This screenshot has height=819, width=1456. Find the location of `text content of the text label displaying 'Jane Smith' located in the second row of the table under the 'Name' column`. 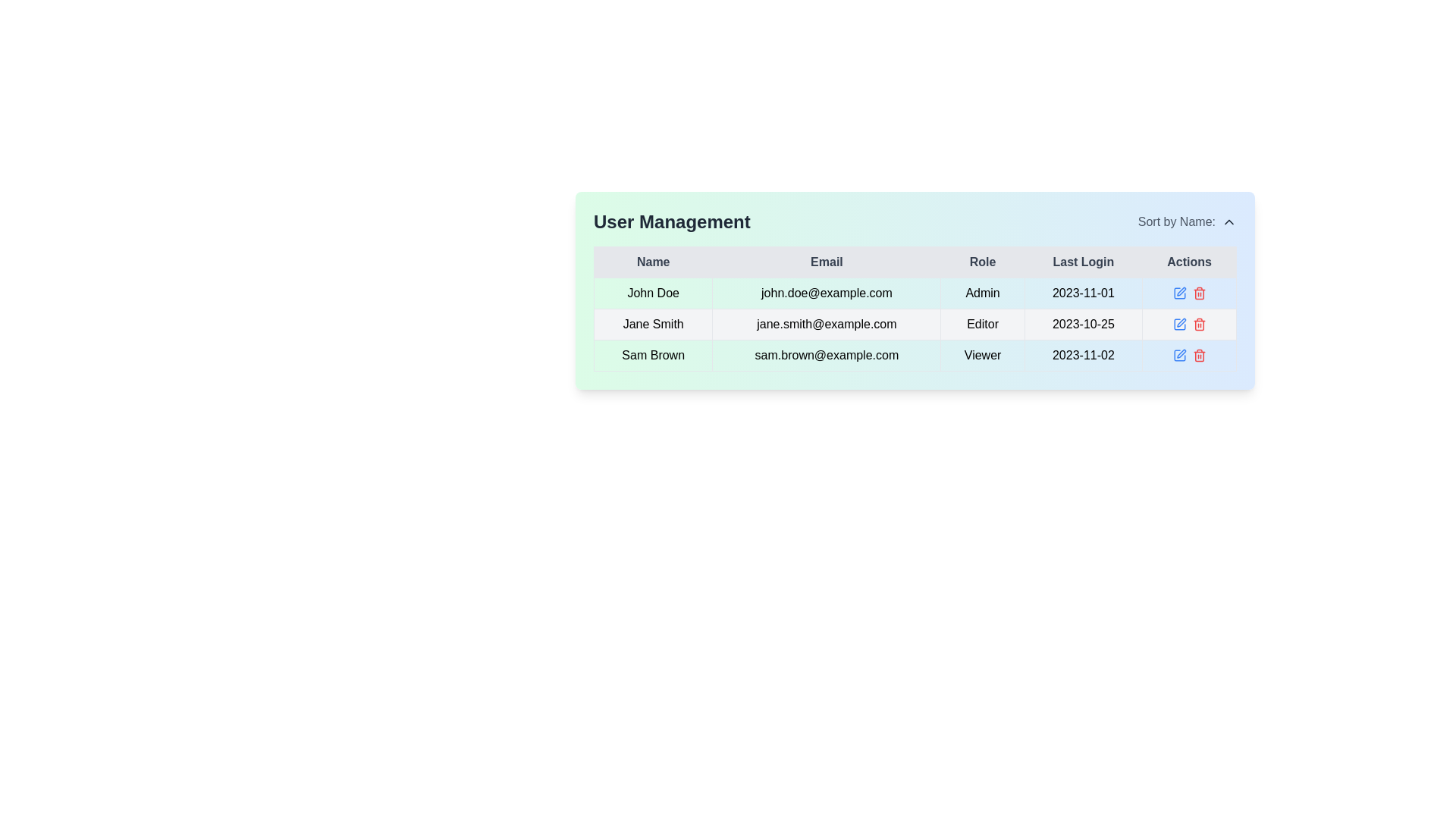

text content of the text label displaying 'Jane Smith' located in the second row of the table under the 'Name' column is located at coordinates (653, 324).